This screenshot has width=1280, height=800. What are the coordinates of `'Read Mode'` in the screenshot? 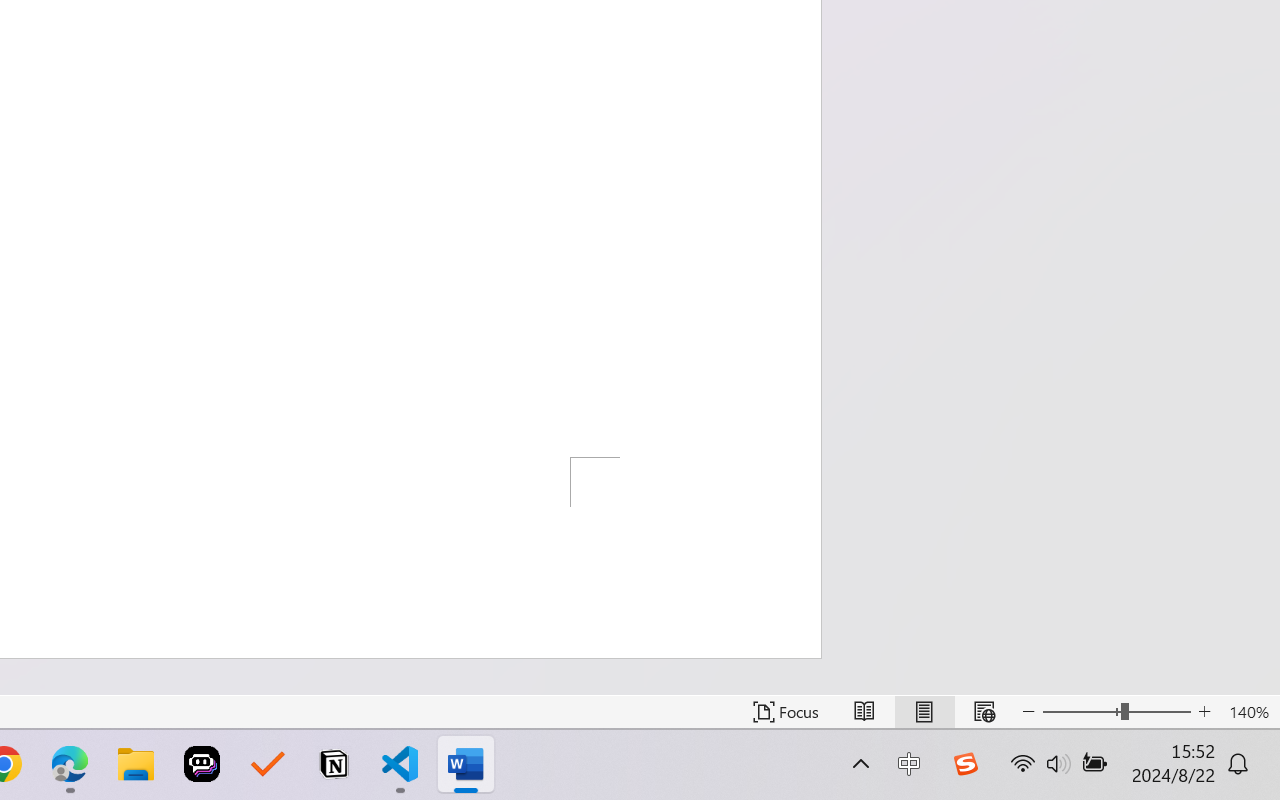 It's located at (864, 711).